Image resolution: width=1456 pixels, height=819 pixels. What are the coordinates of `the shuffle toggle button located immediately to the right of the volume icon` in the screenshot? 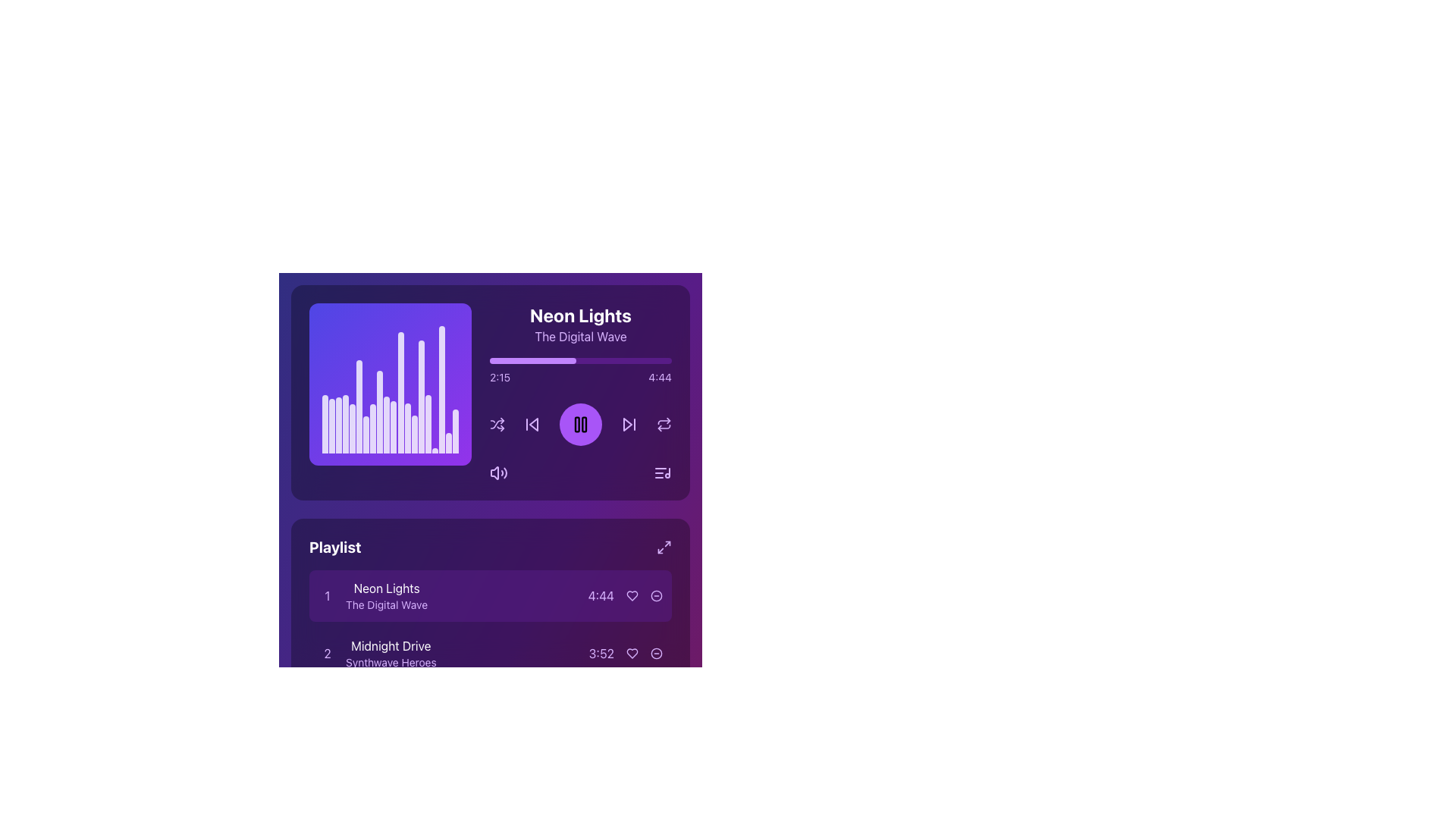 It's located at (497, 424).